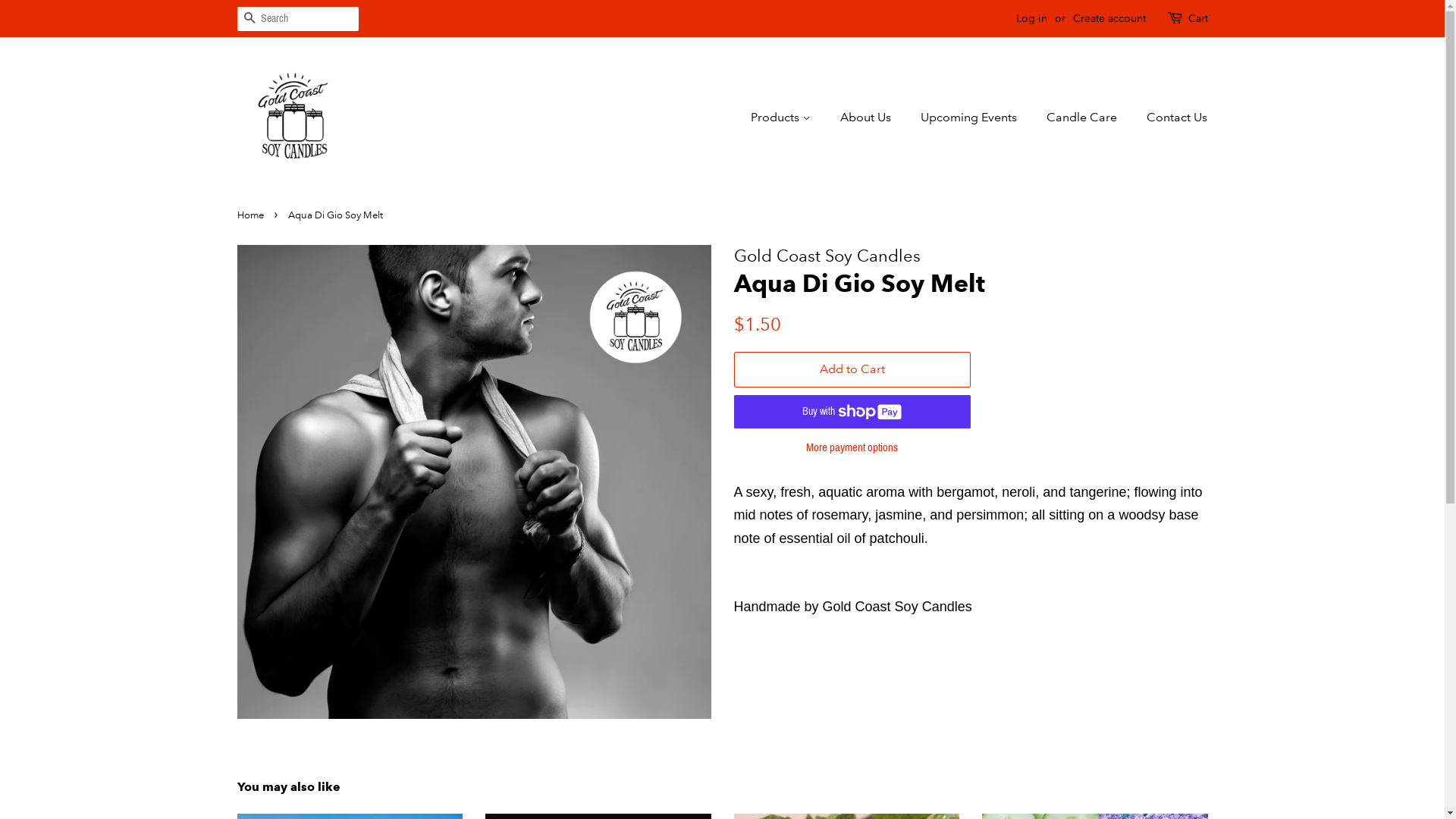  I want to click on 'Candle Care', so click(1034, 116).